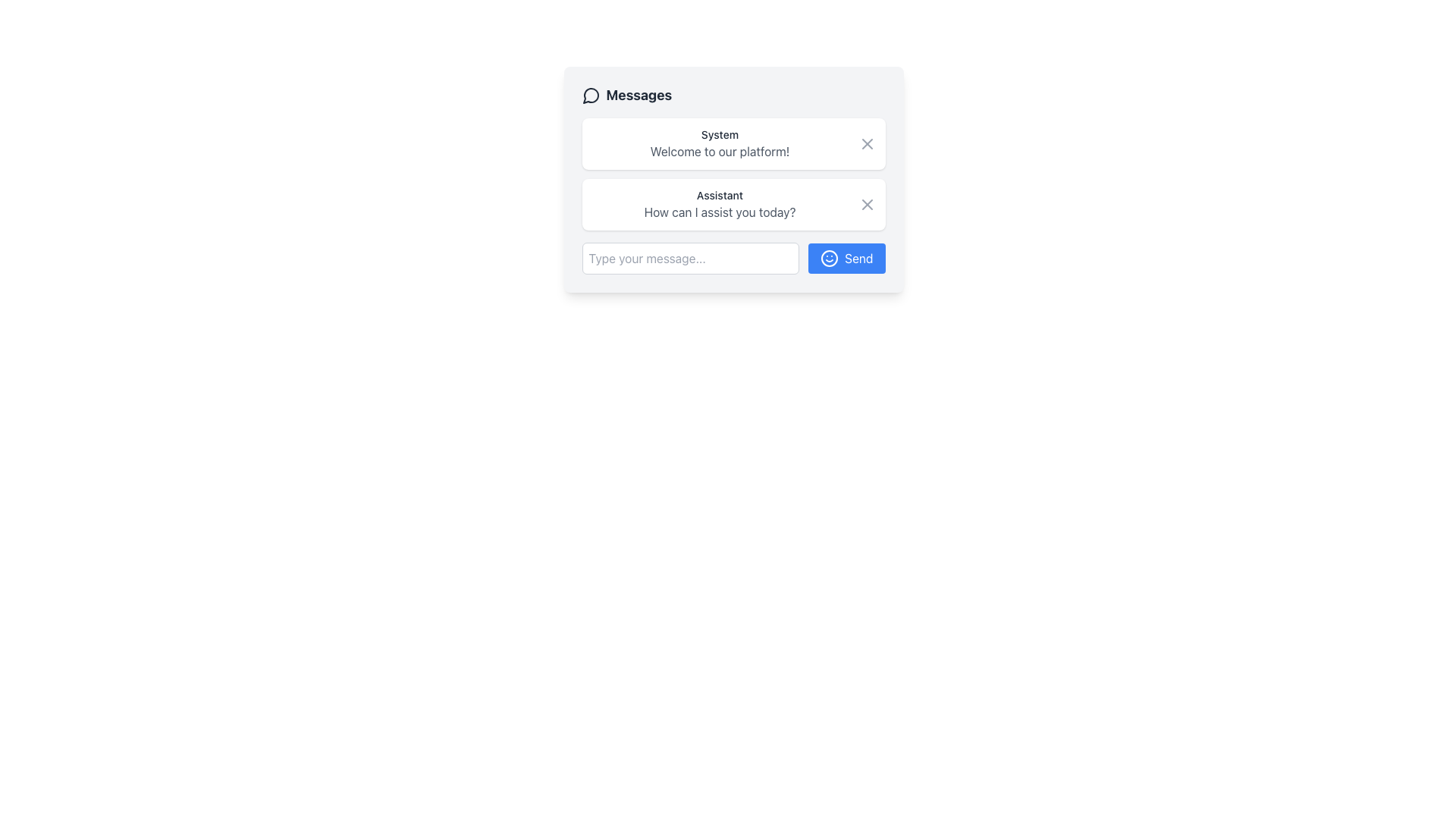 The image size is (1456, 819). I want to click on the smiling face icon, which is a blue circular outline with two dots for eyes and a curved mouth, located to the left of the 'Send' button in the chat interface, so click(829, 257).